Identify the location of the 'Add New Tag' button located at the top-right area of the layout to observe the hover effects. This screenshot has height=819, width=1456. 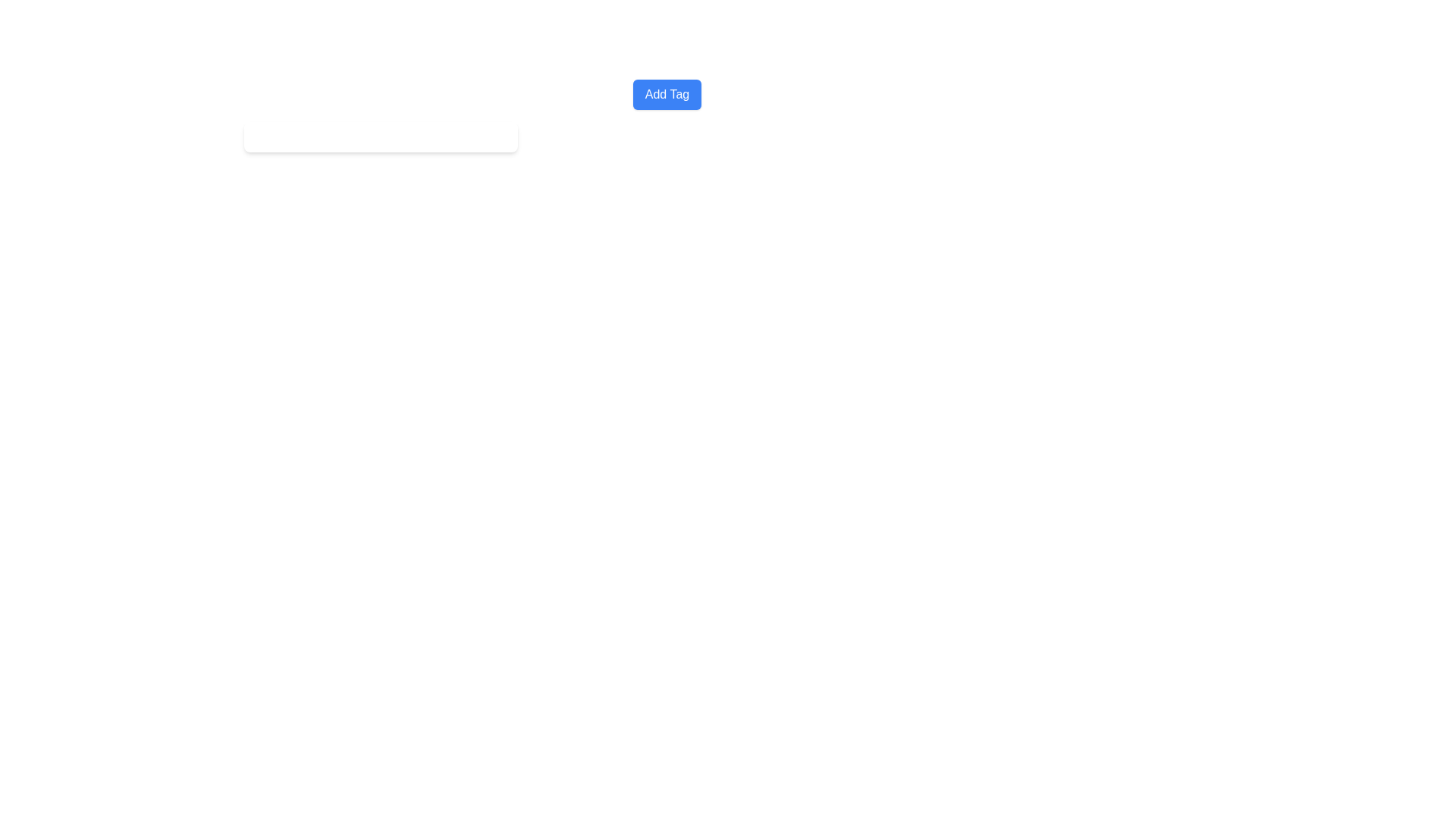
(667, 94).